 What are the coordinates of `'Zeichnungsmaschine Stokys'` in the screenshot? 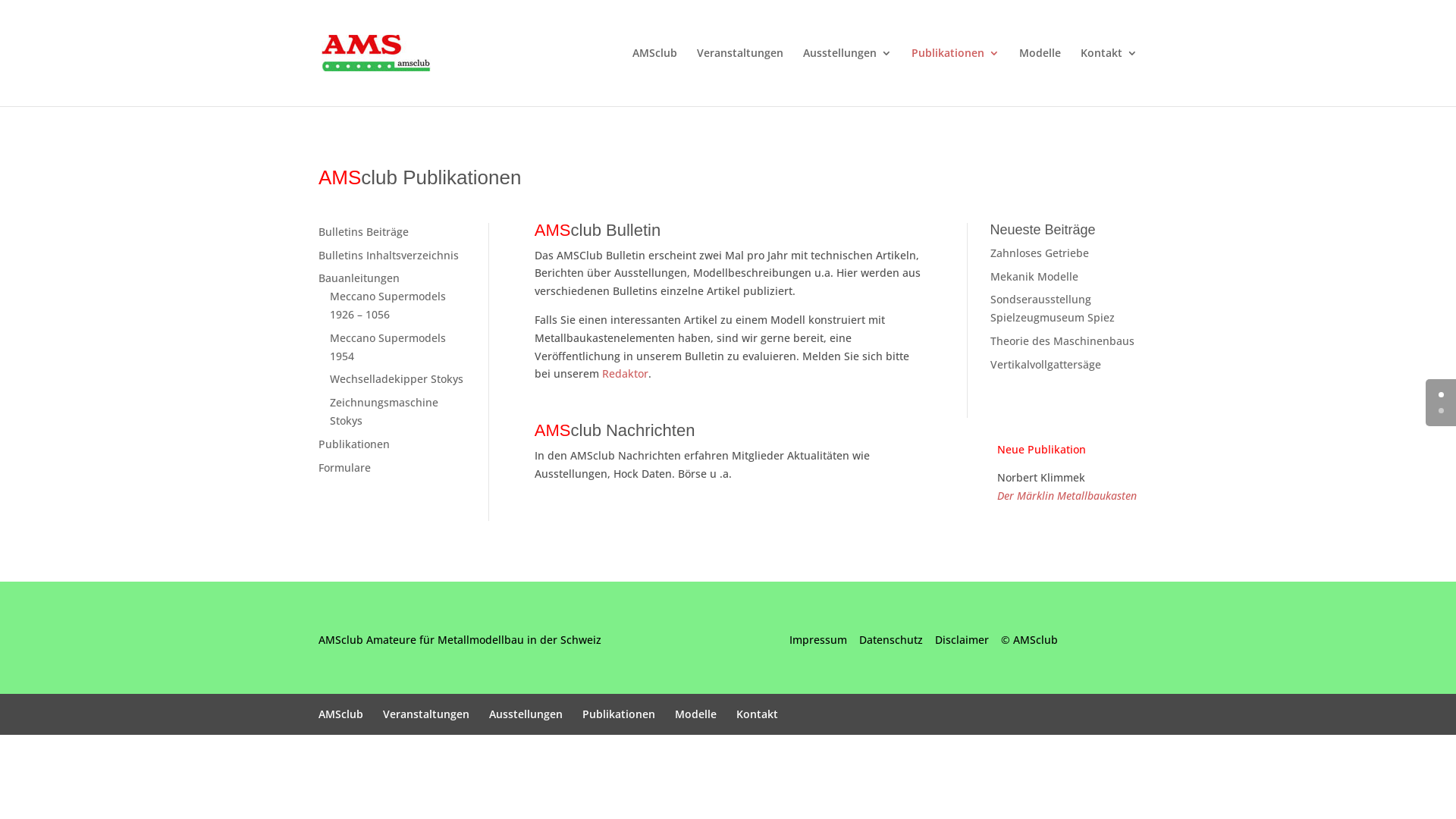 It's located at (384, 411).